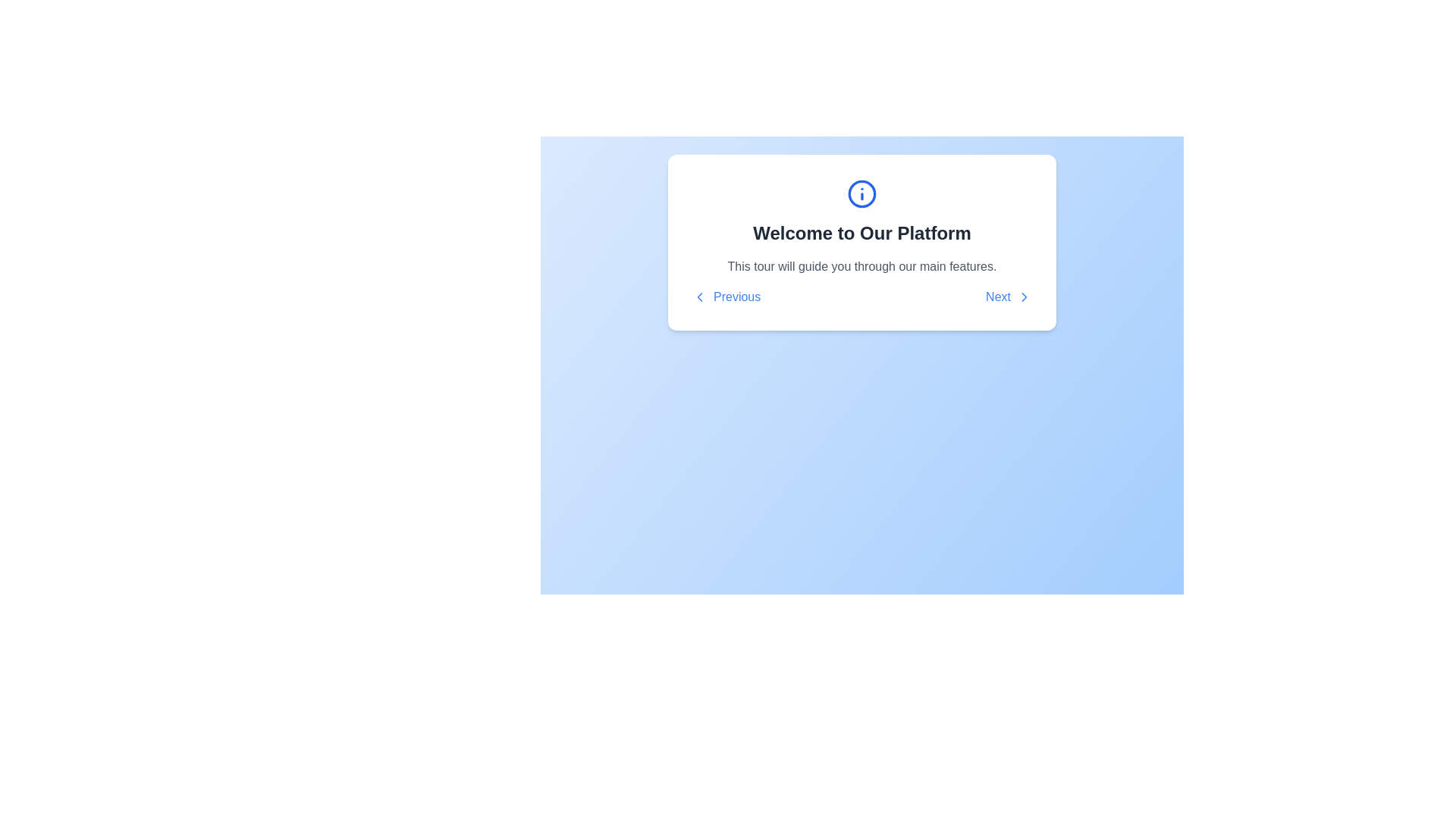 Image resolution: width=1456 pixels, height=819 pixels. Describe the element at coordinates (998, 297) in the screenshot. I see `the 'Next' text label located at the bottom-right corner of the prompt area` at that location.